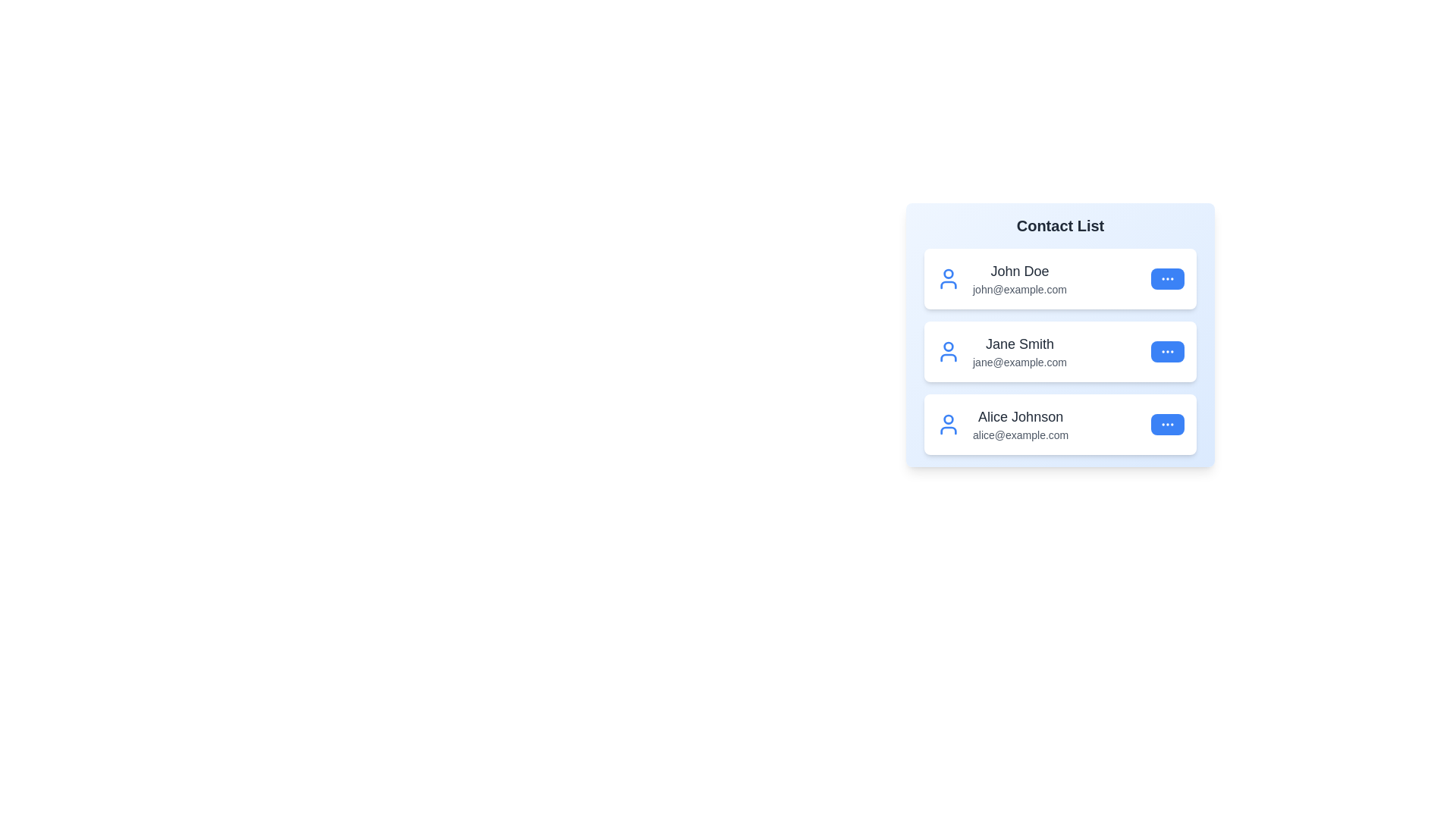 Image resolution: width=1456 pixels, height=819 pixels. I want to click on the contact entry for John Doe, so click(1059, 278).